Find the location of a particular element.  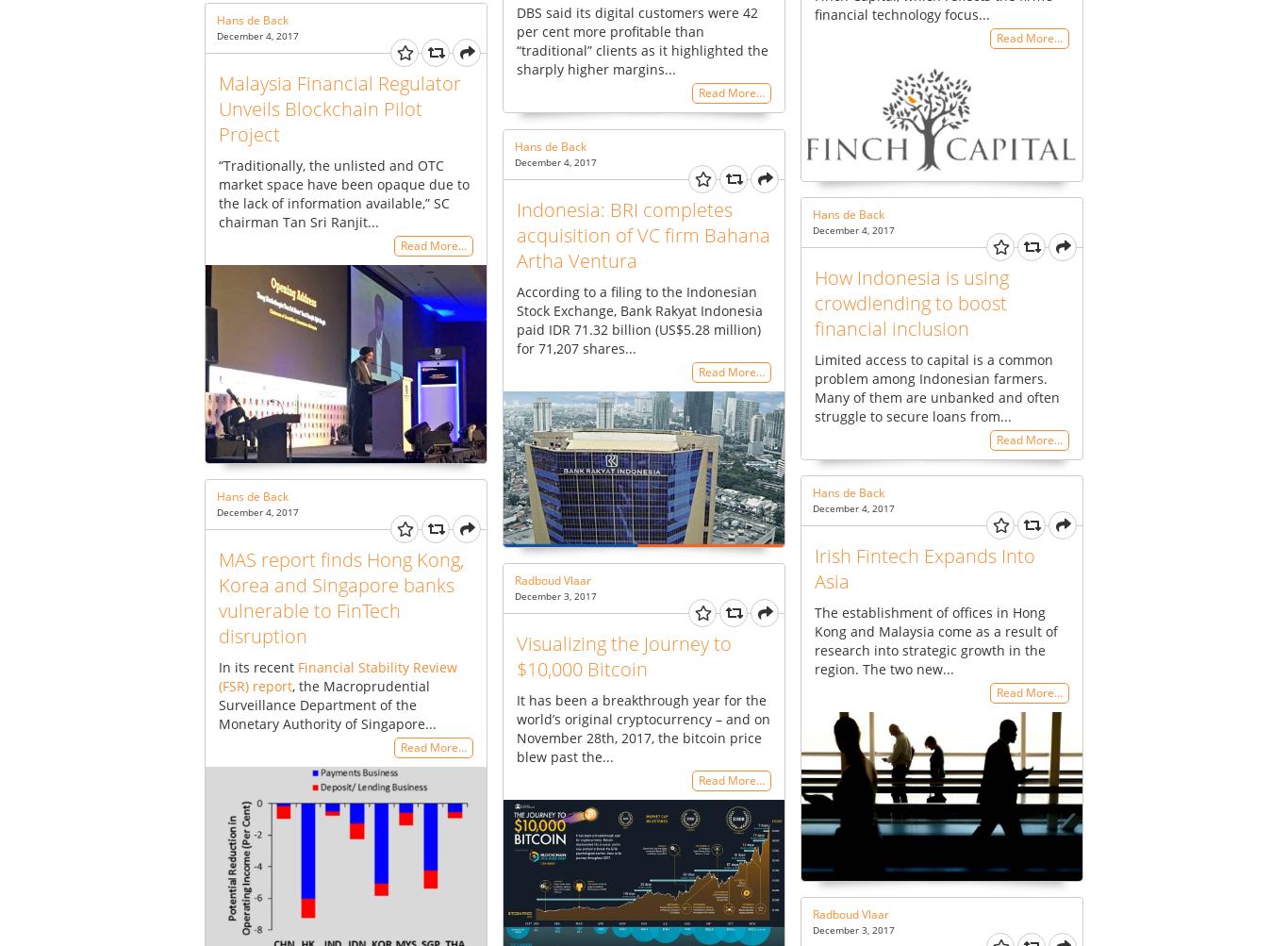

'Irish Fintech Expands Into Asia' is located at coordinates (925, 568).